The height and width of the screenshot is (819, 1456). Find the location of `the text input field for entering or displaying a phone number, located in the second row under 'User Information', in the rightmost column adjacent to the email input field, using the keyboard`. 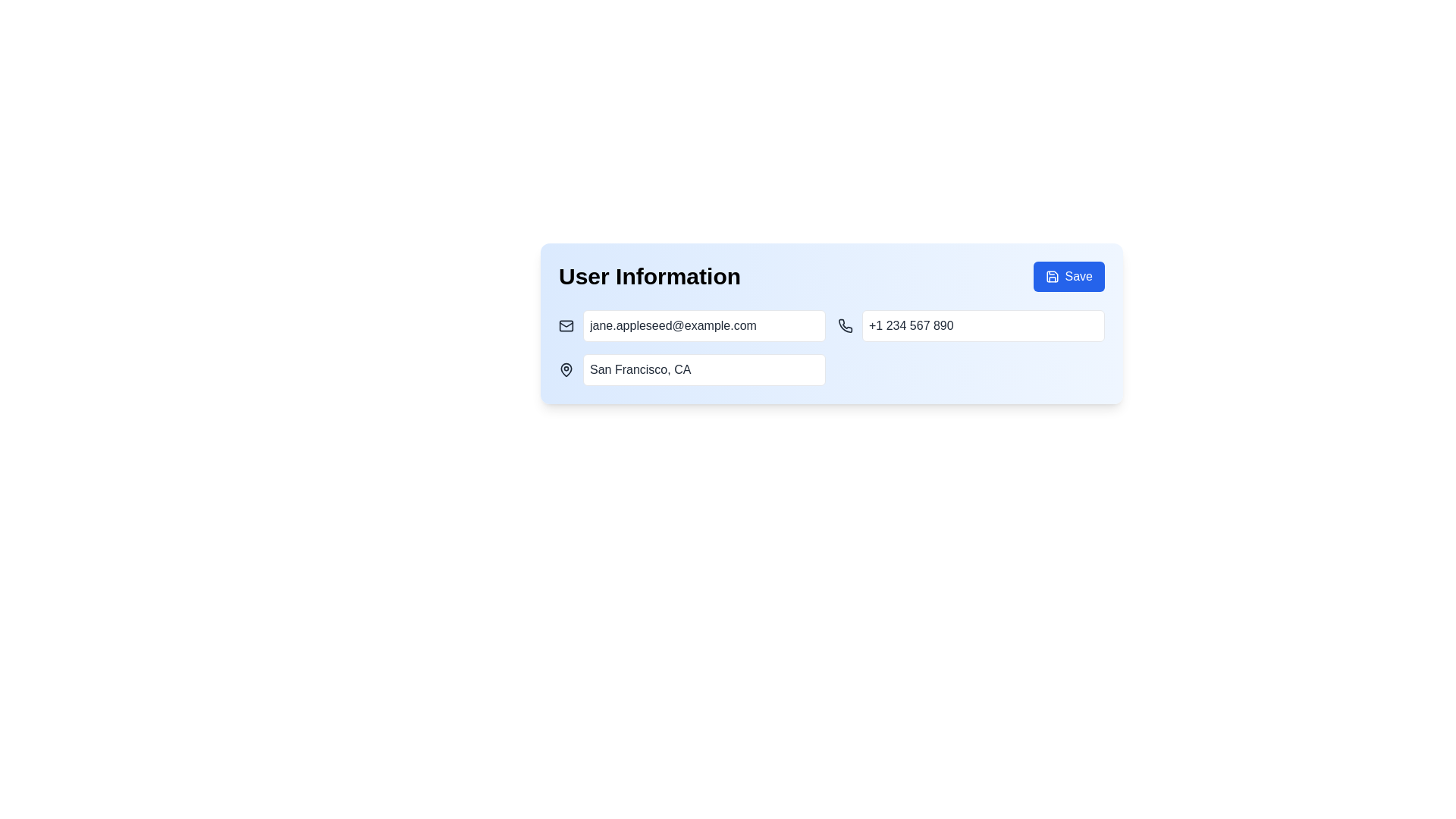

the text input field for entering or displaying a phone number, located in the second row under 'User Information', in the rightmost column adjacent to the email input field, using the keyboard is located at coordinates (971, 325).